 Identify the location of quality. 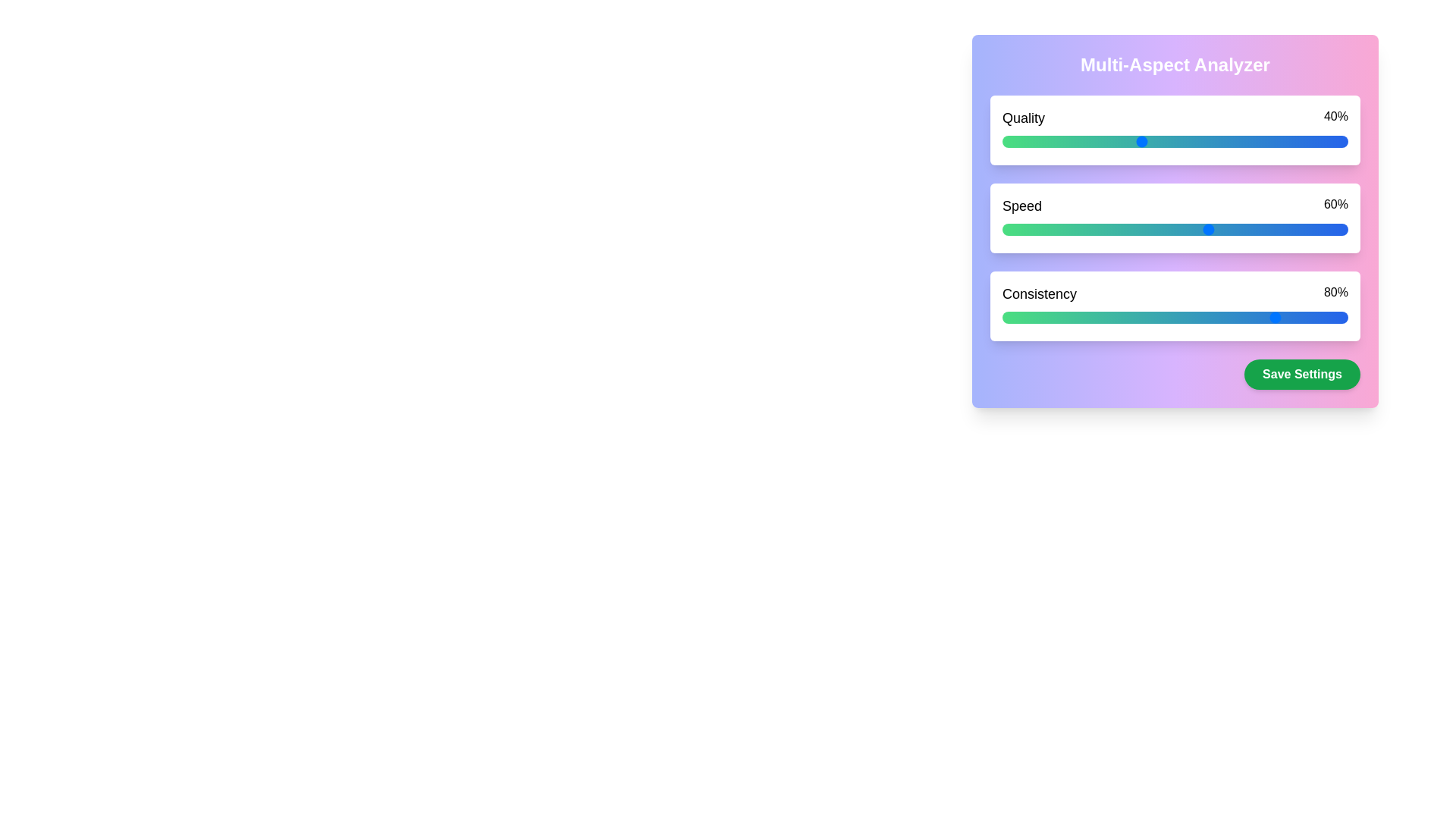
(1227, 141).